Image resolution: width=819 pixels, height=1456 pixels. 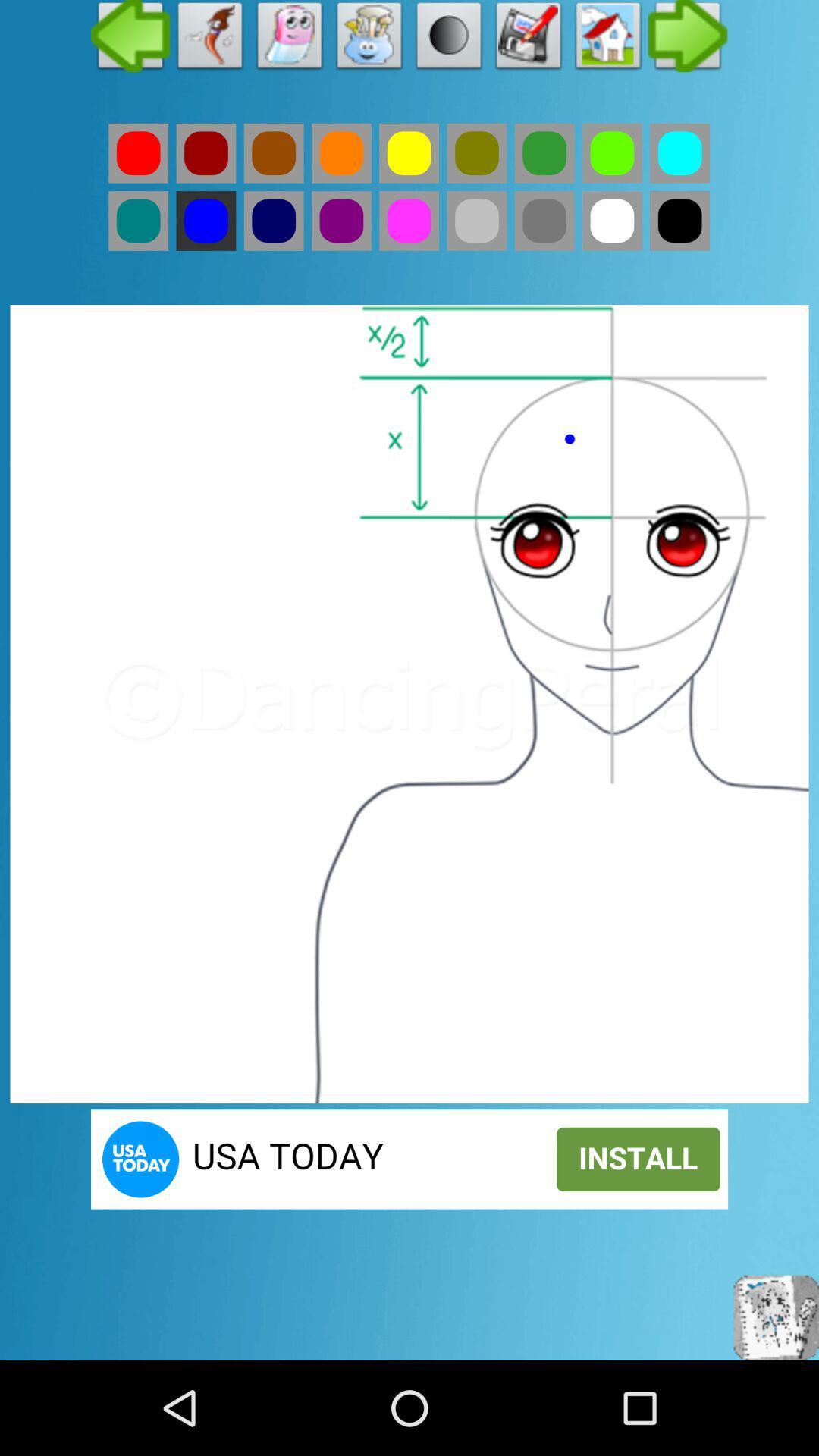 What do you see at coordinates (206, 220) in the screenshot?
I see `colour option` at bounding box center [206, 220].